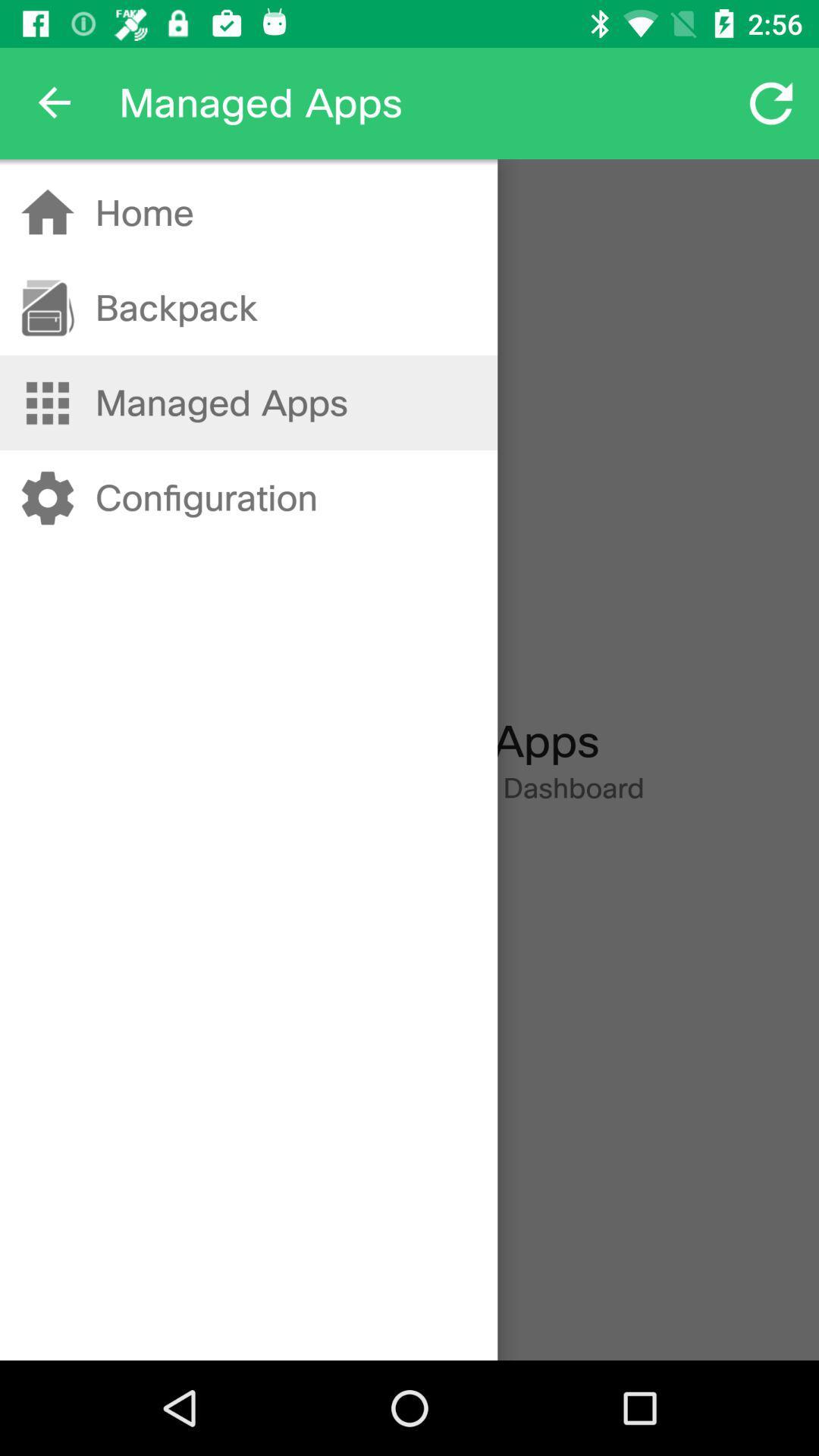 This screenshot has height=1456, width=819. What do you see at coordinates (144, 212) in the screenshot?
I see `home item` at bounding box center [144, 212].